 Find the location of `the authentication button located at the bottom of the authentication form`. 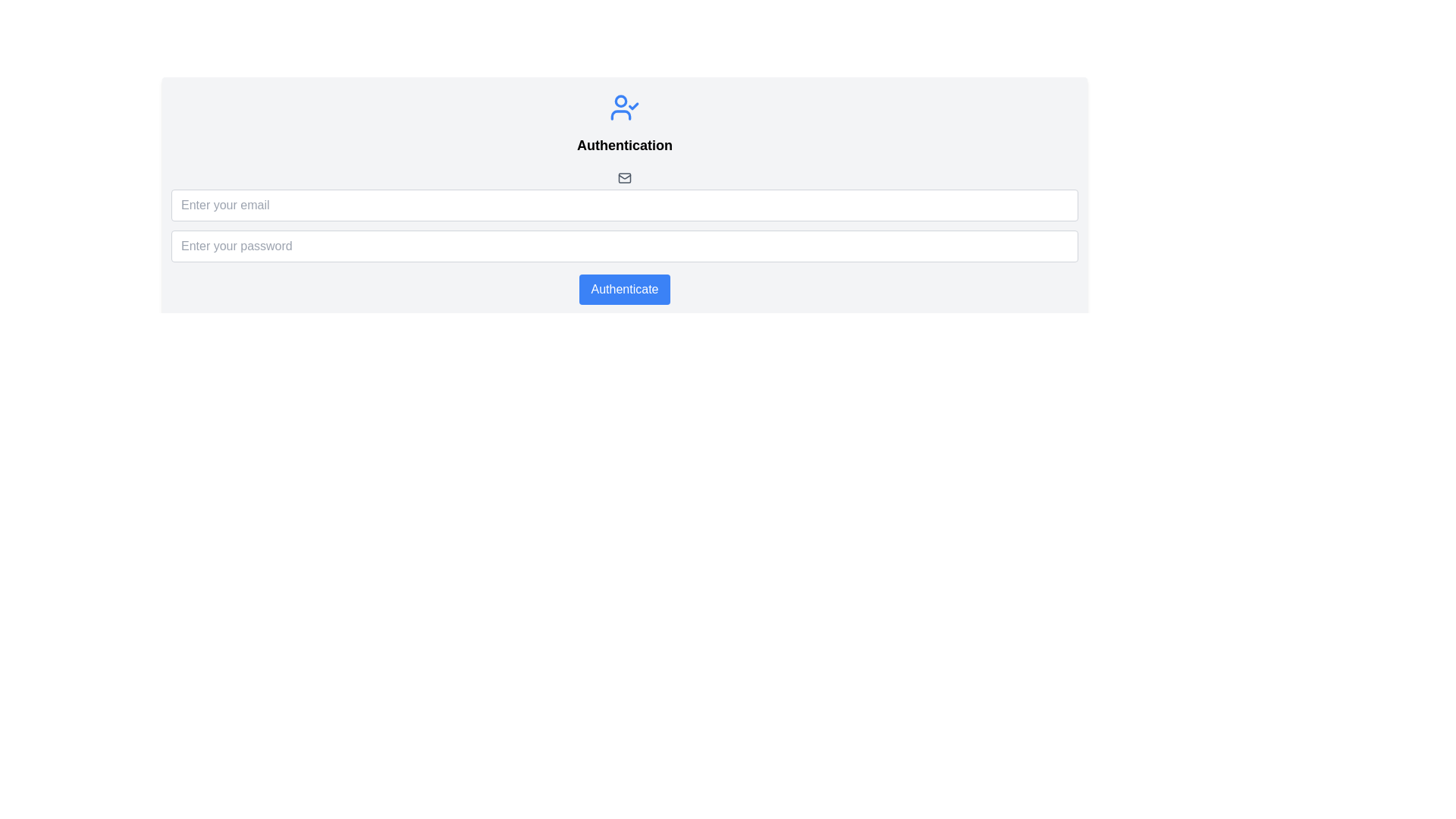

the authentication button located at the bottom of the authentication form is located at coordinates (625, 289).